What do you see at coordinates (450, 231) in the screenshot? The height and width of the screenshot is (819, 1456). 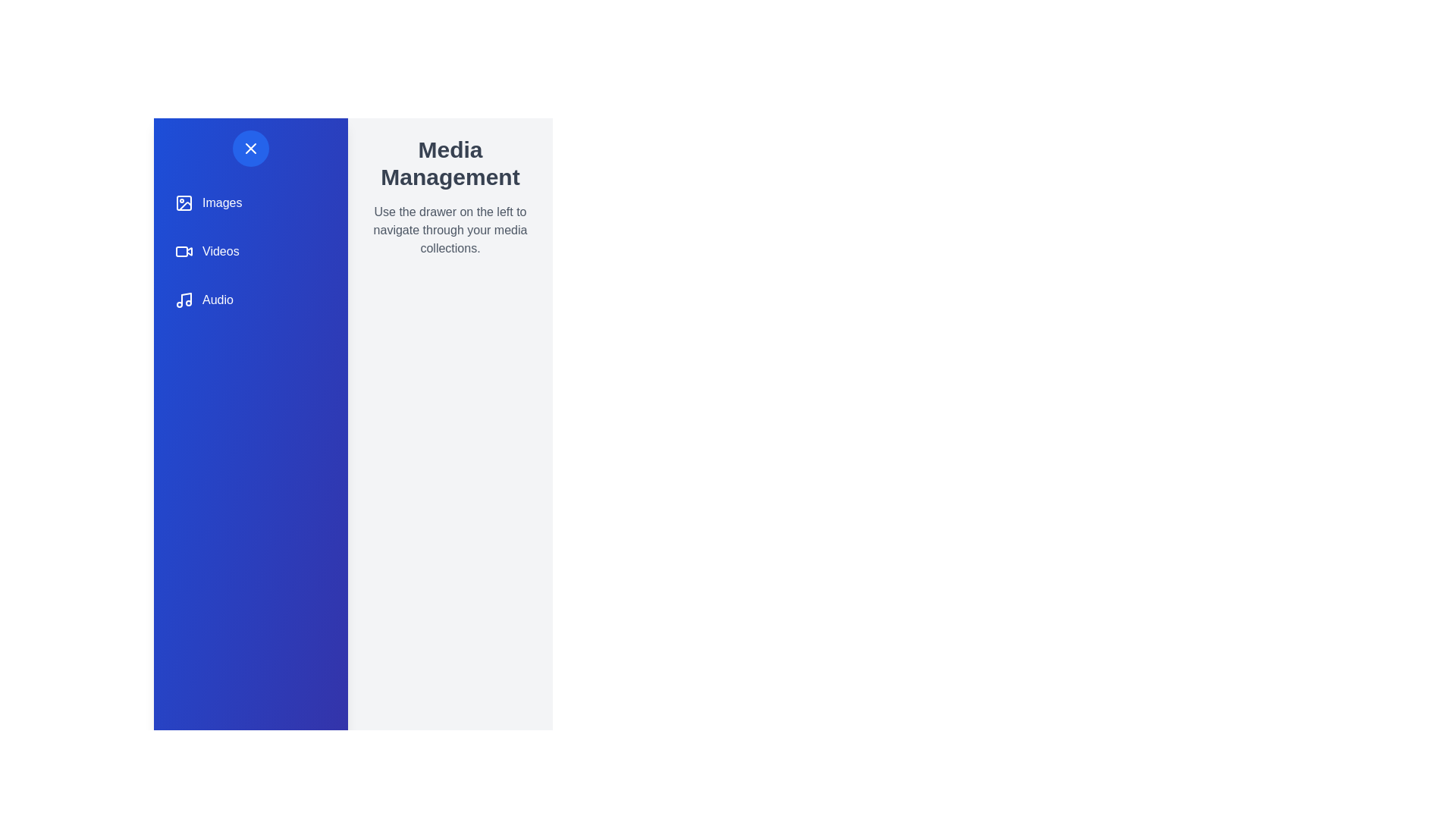 I see `the text displaying the message 'Use the drawer on the left to navigate through your media collections.' which is located below the 'Media Management' heading in the upper side of the main content area` at bounding box center [450, 231].